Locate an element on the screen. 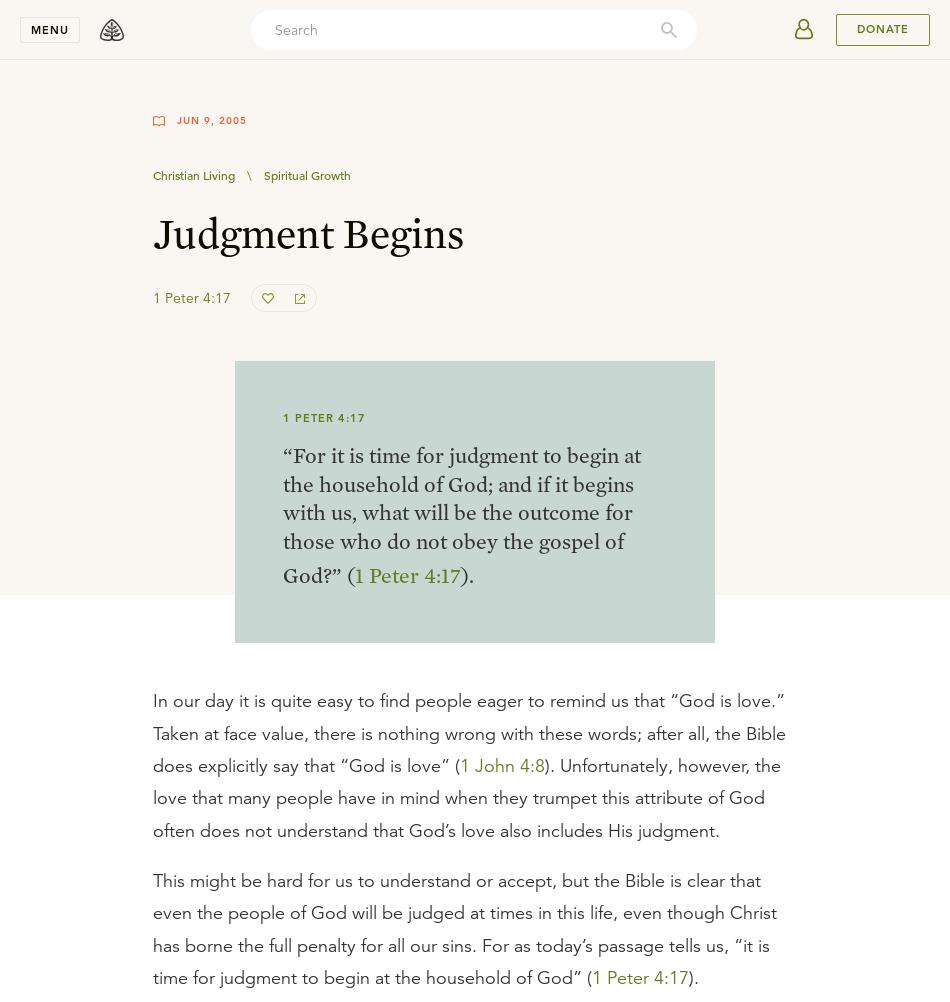 The height and width of the screenshot is (1002, 950). '). Unfortunately, however, the love that many people have in mind when they trumpet this attribute of God often does not understand that God’s love also includes His judgment.' is located at coordinates (466, 796).